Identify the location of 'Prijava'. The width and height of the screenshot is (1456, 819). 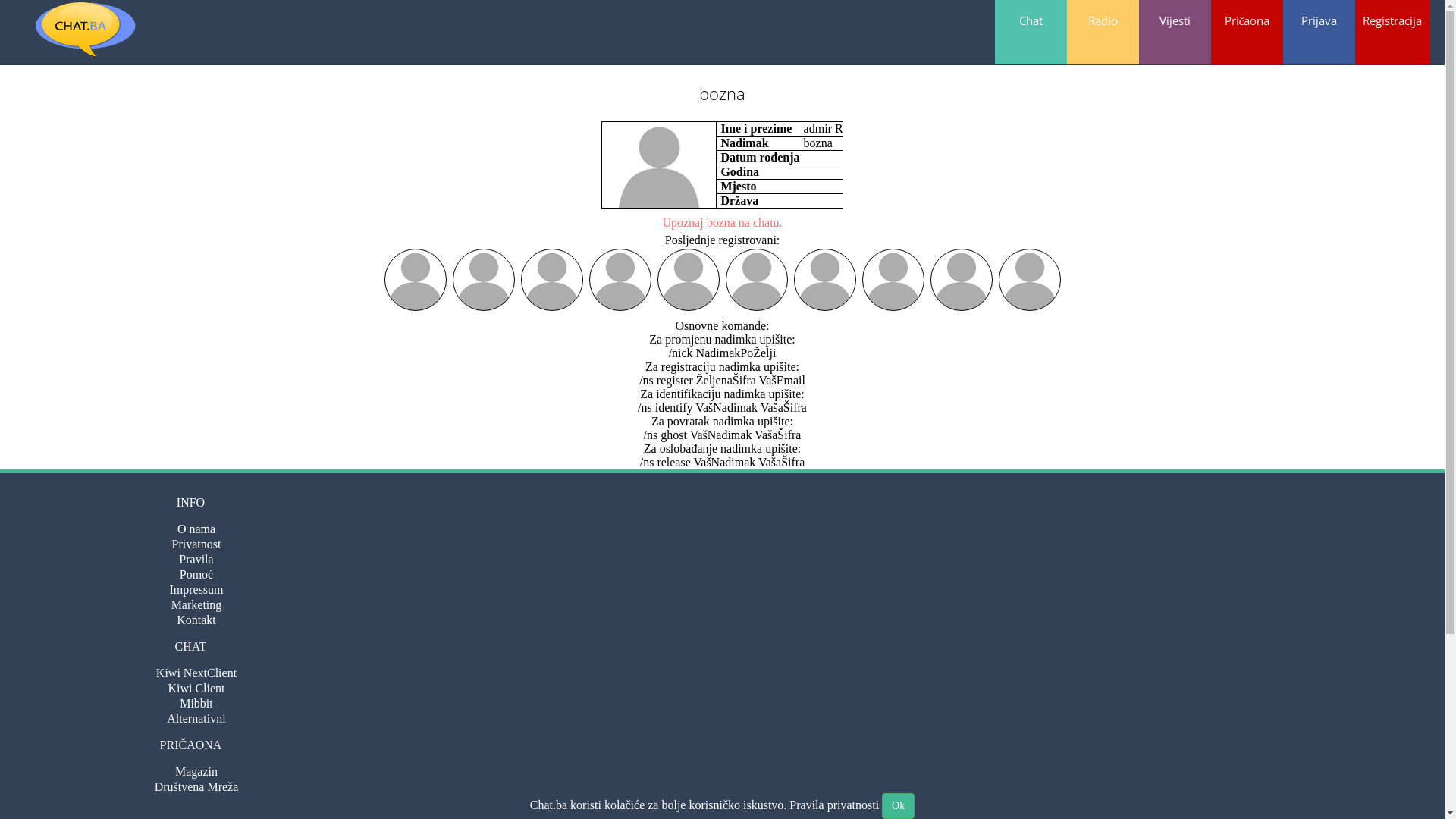
(1318, 32).